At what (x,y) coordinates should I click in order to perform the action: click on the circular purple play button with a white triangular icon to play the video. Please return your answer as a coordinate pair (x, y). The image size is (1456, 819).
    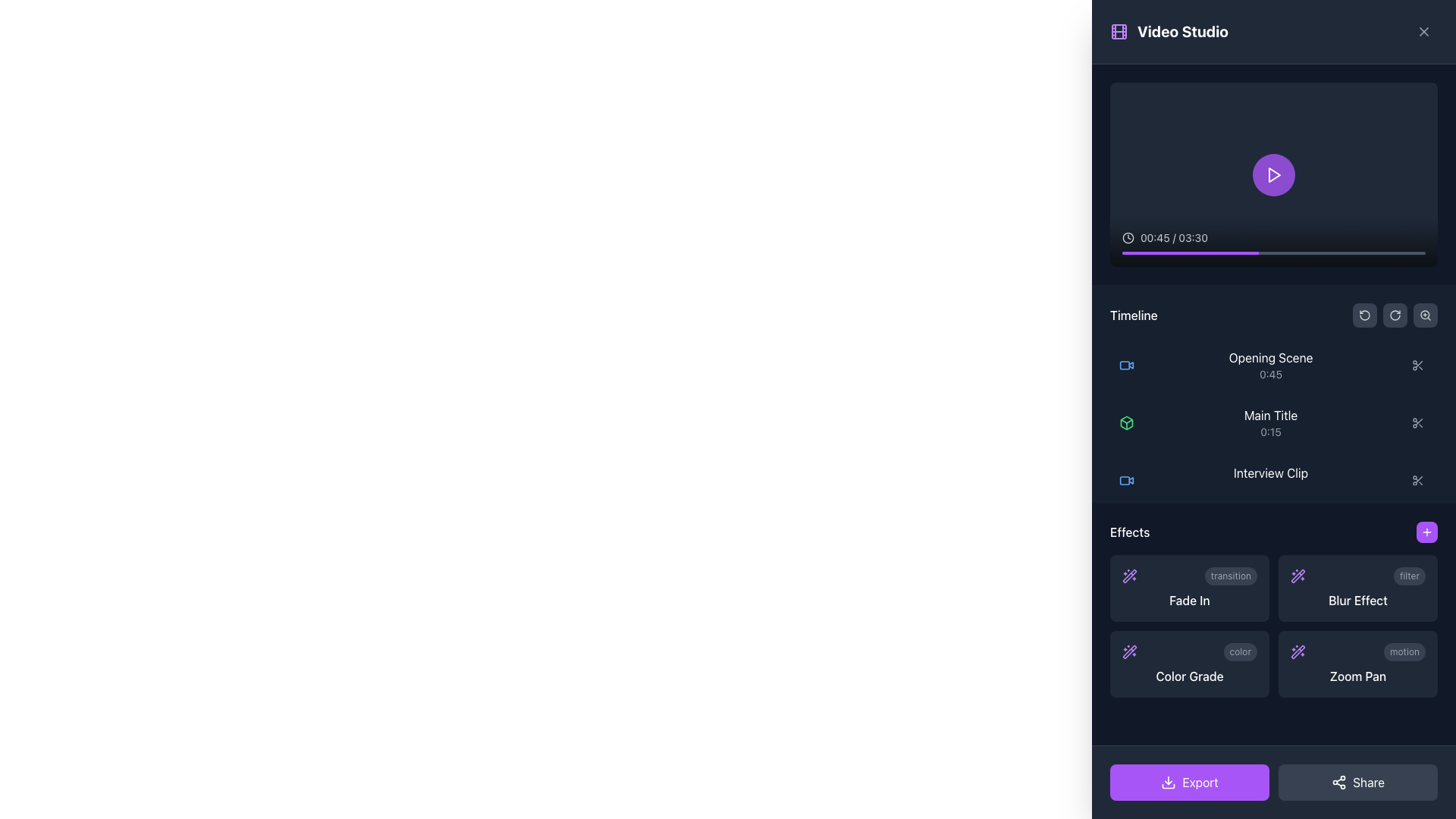
    Looking at the image, I should click on (1274, 174).